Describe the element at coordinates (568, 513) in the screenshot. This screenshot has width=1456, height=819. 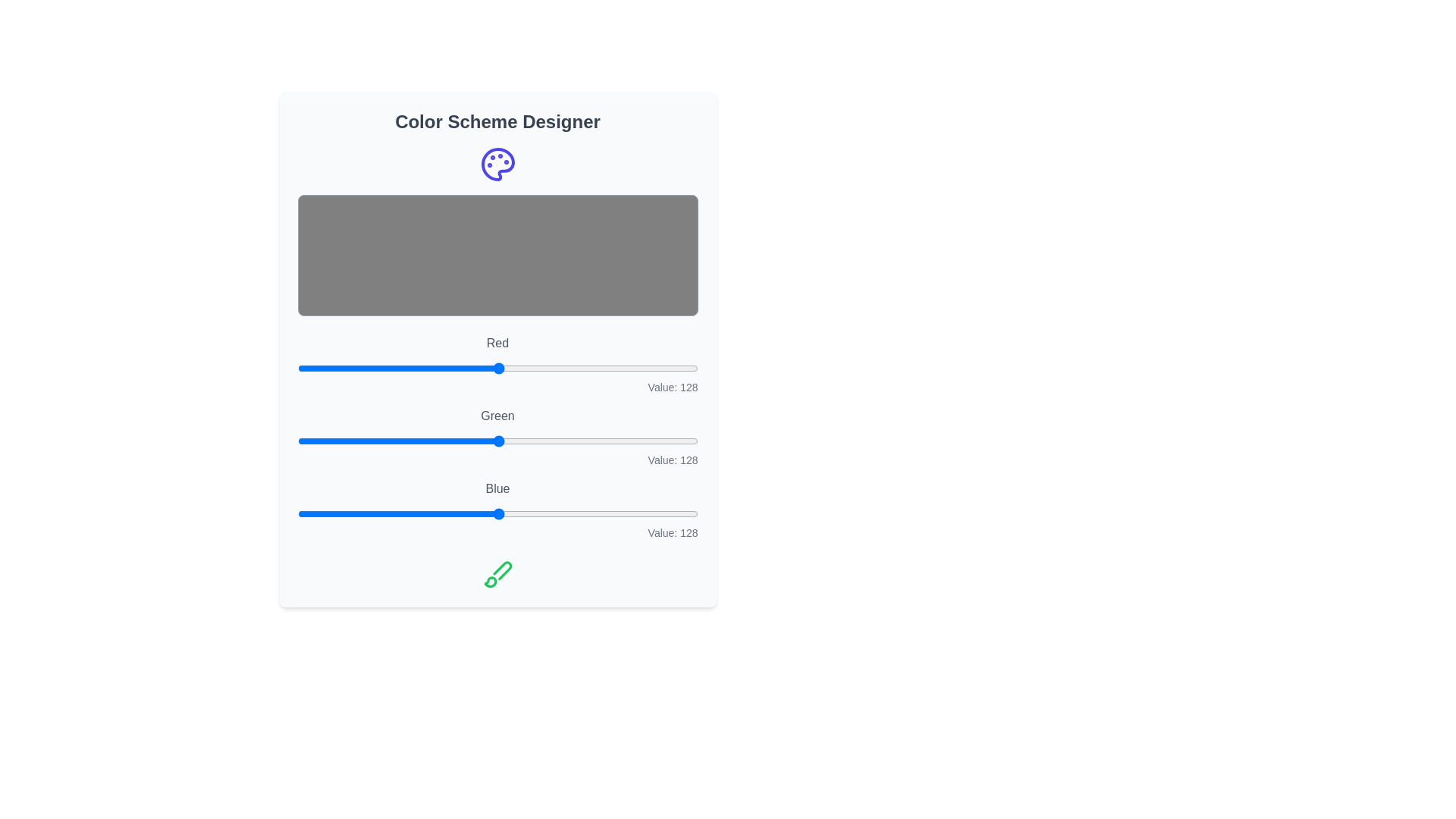
I see `the blue color value` at that location.